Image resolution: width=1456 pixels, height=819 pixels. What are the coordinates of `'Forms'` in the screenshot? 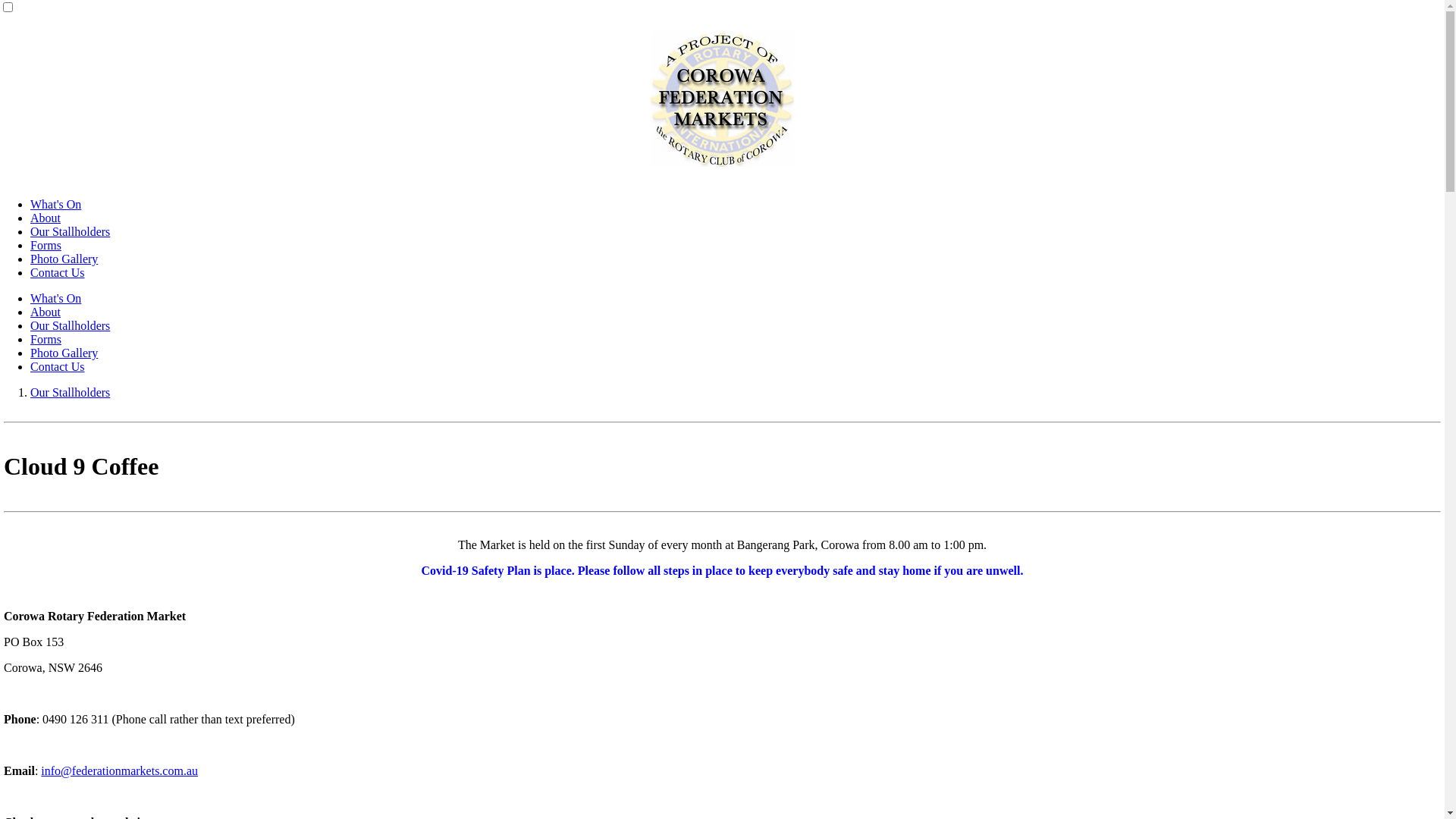 It's located at (45, 244).